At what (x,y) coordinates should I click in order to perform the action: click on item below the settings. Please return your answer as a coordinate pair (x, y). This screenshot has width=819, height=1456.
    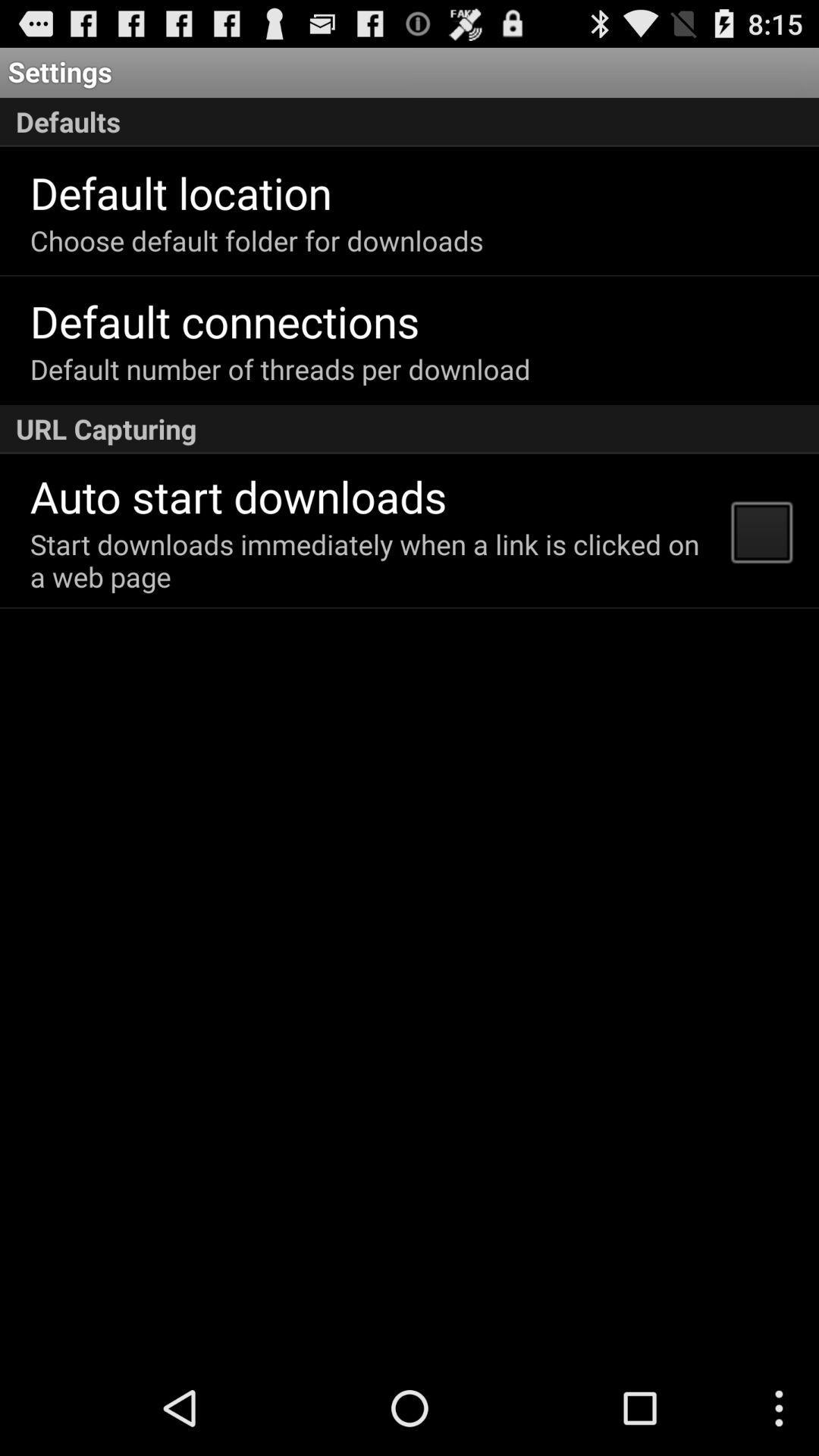
    Looking at the image, I should click on (409, 122).